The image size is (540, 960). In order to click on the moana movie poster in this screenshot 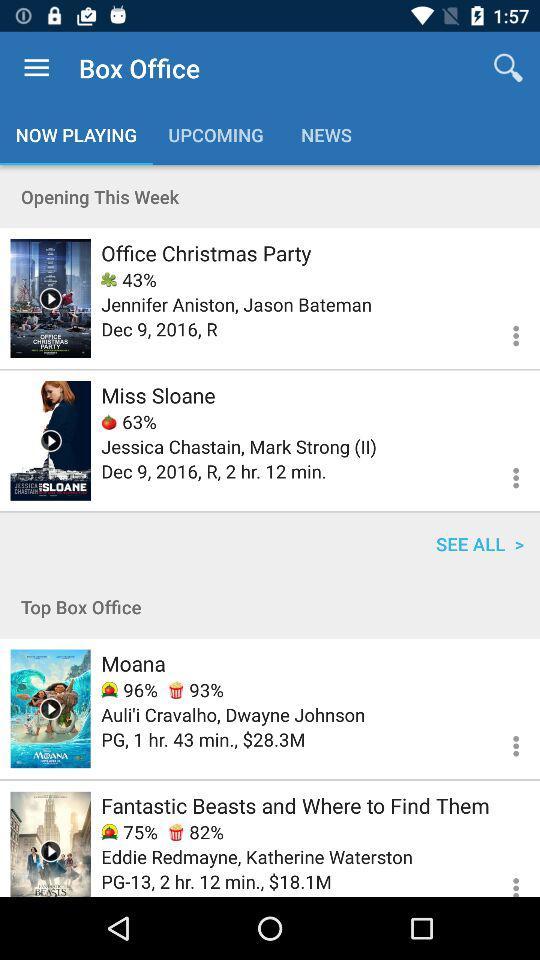, I will do `click(50, 708)`.